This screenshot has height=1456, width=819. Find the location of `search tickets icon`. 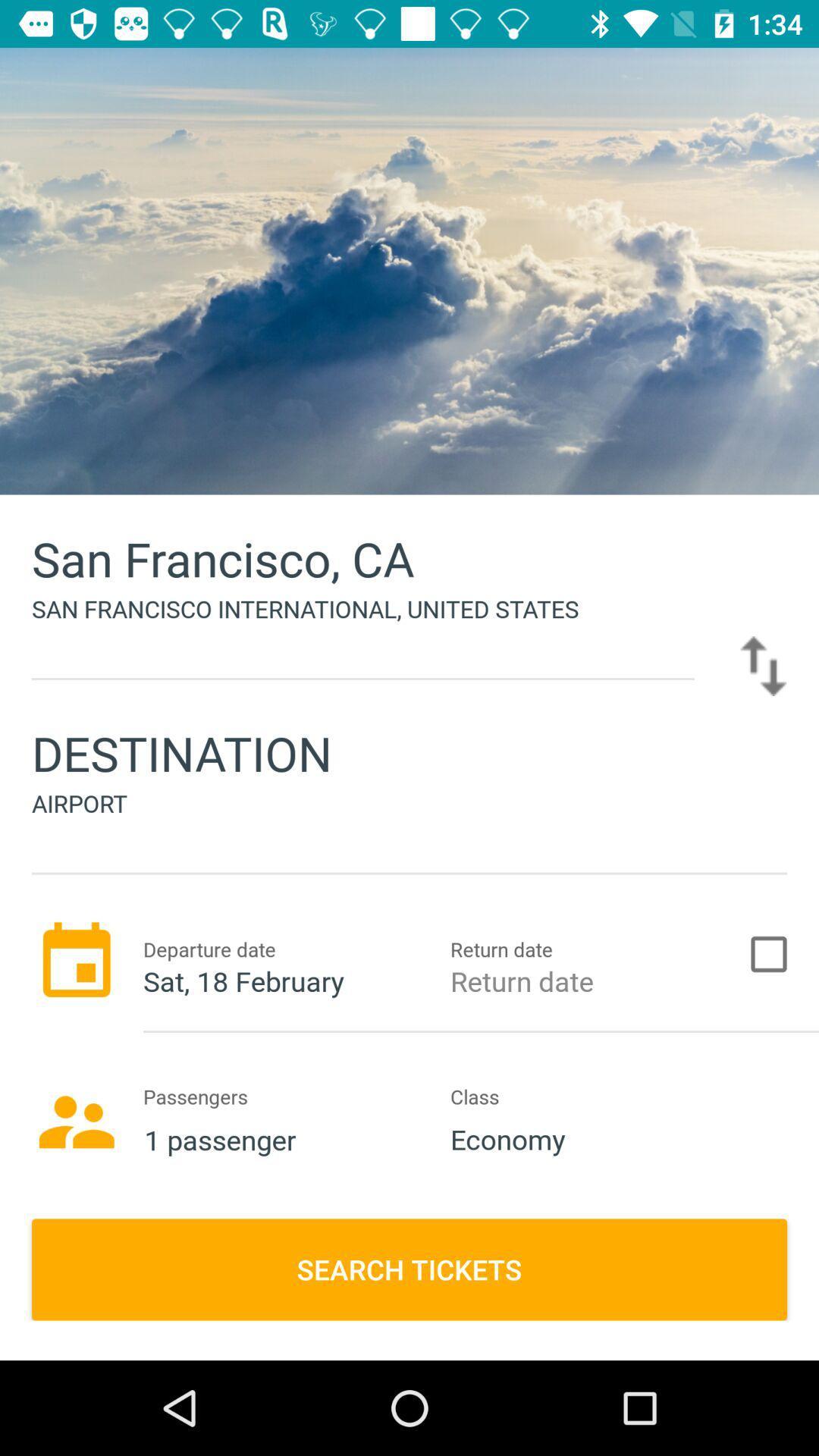

search tickets icon is located at coordinates (409, 1269).